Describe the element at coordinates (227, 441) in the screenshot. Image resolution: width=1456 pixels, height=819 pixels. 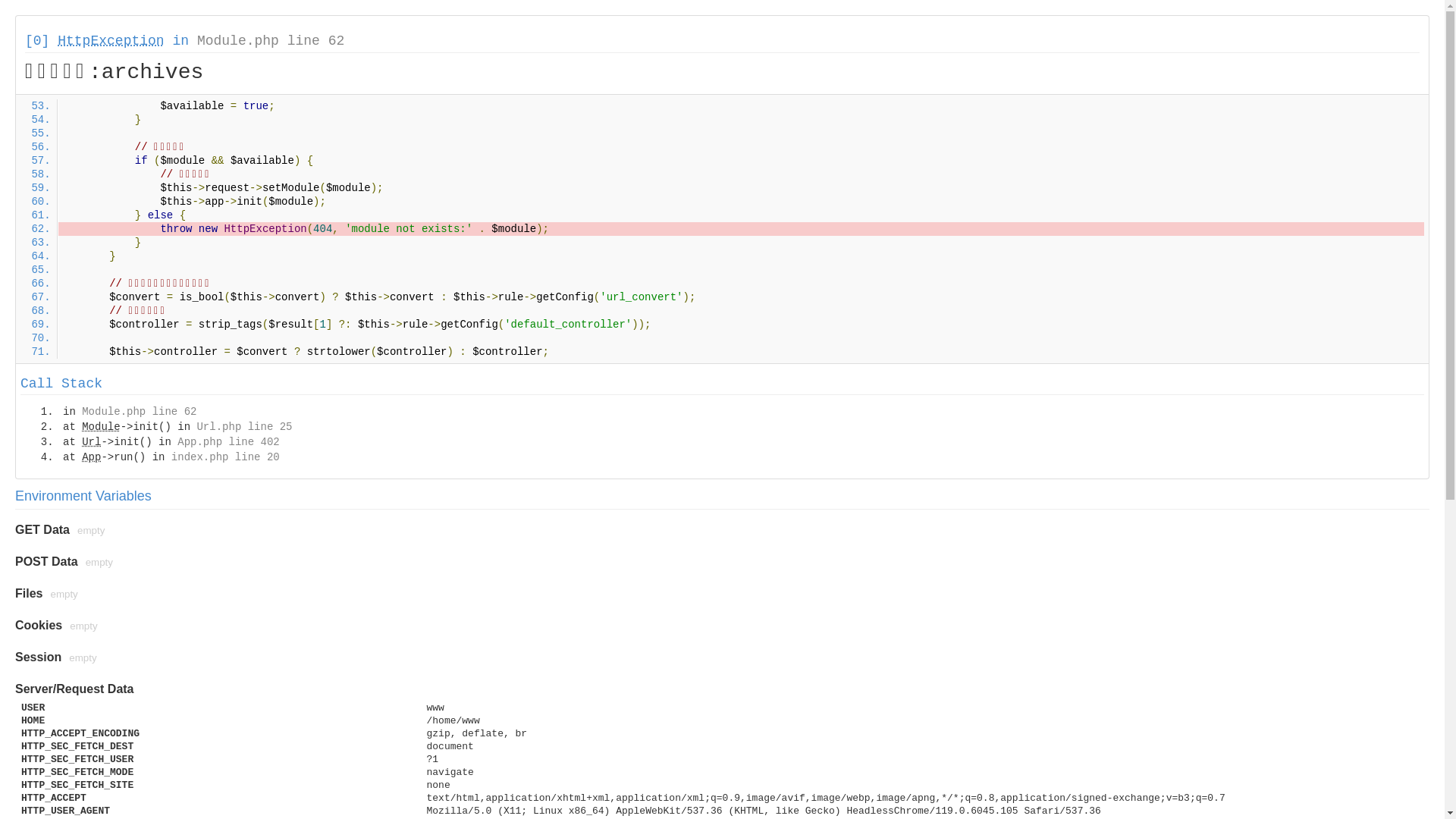
I see `'App.php line 402'` at that location.